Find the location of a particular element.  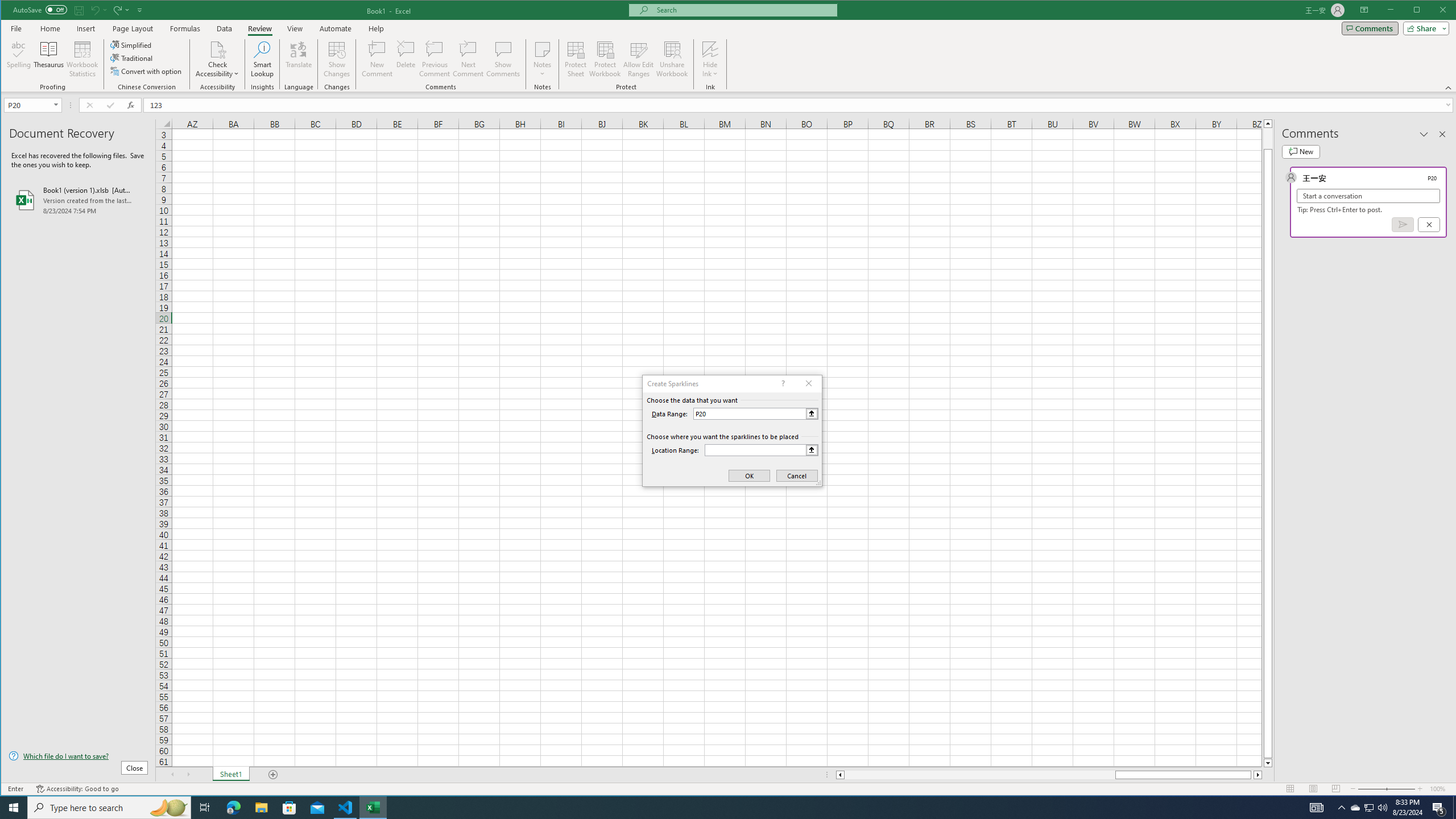

'Allow Edit Ranges' is located at coordinates (638, 59).